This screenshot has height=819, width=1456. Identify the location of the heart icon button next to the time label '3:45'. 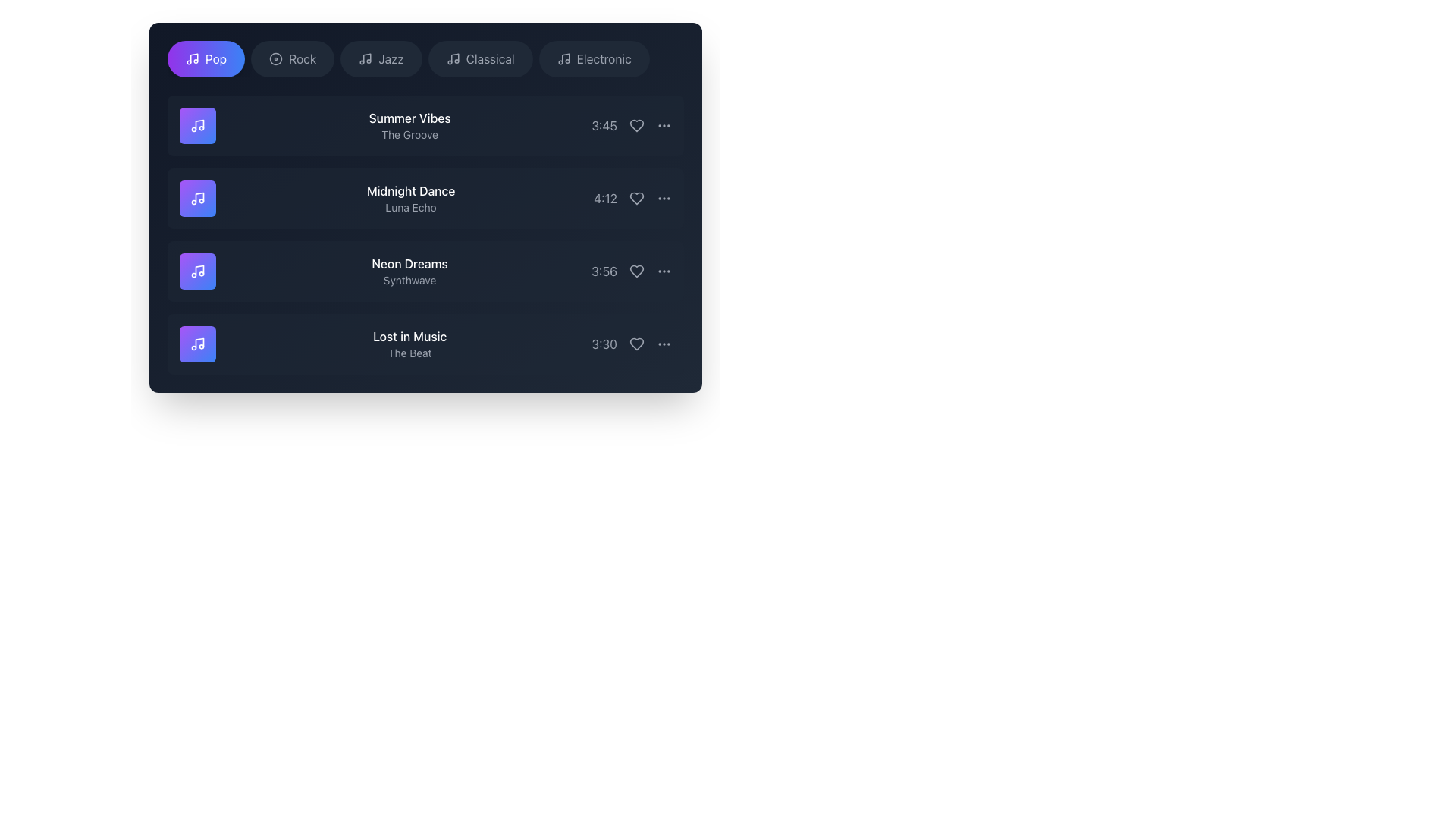
(637, 124).